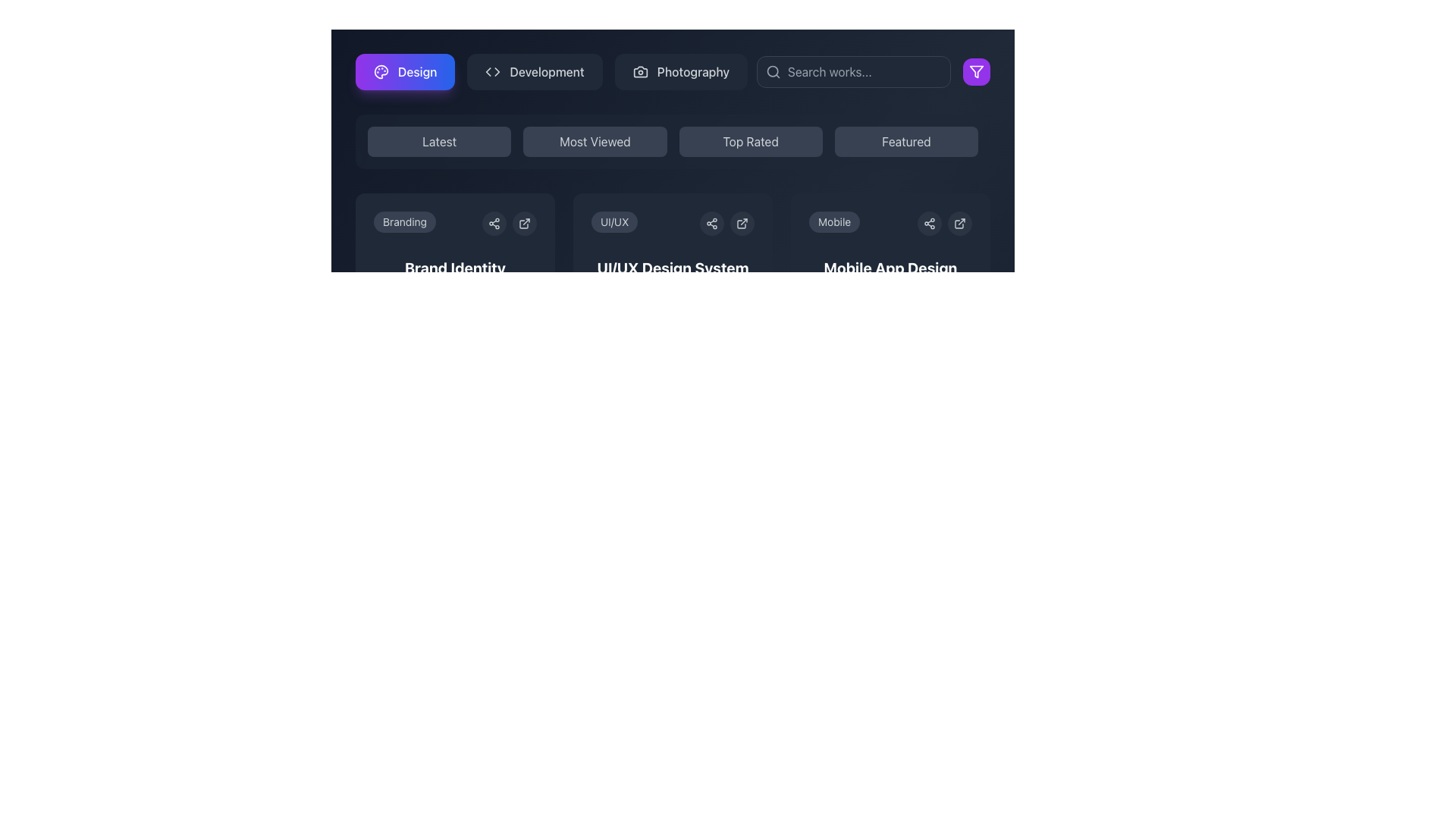  Describe the element at coordinates (640, 72) in the screenshot. I see `the camera icon in the top navigation bar` at that location.